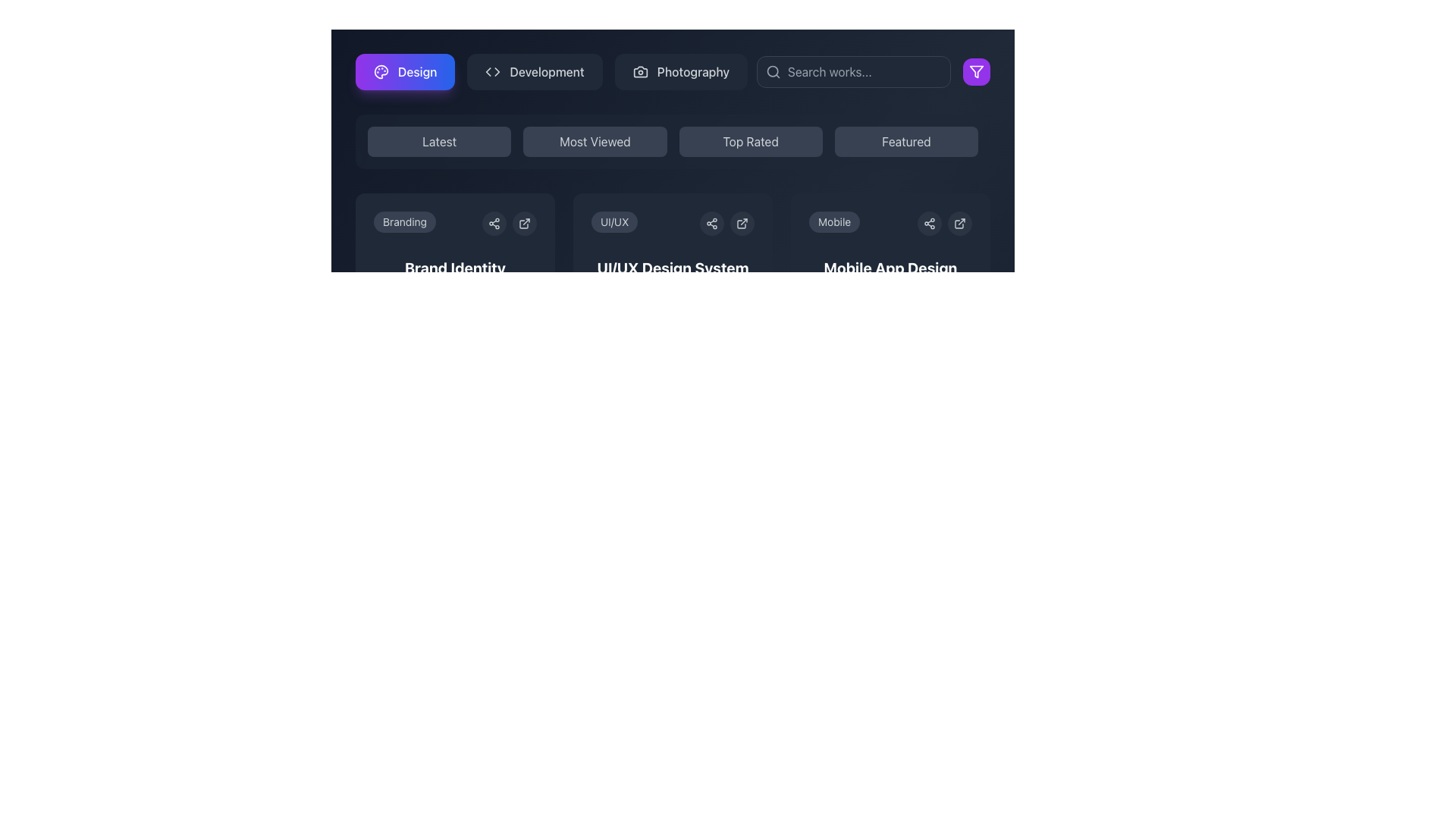  Describe the element at coordinates (640, 72) in the screenshot. I see `the camera icon in the top navigation bar` at that location.